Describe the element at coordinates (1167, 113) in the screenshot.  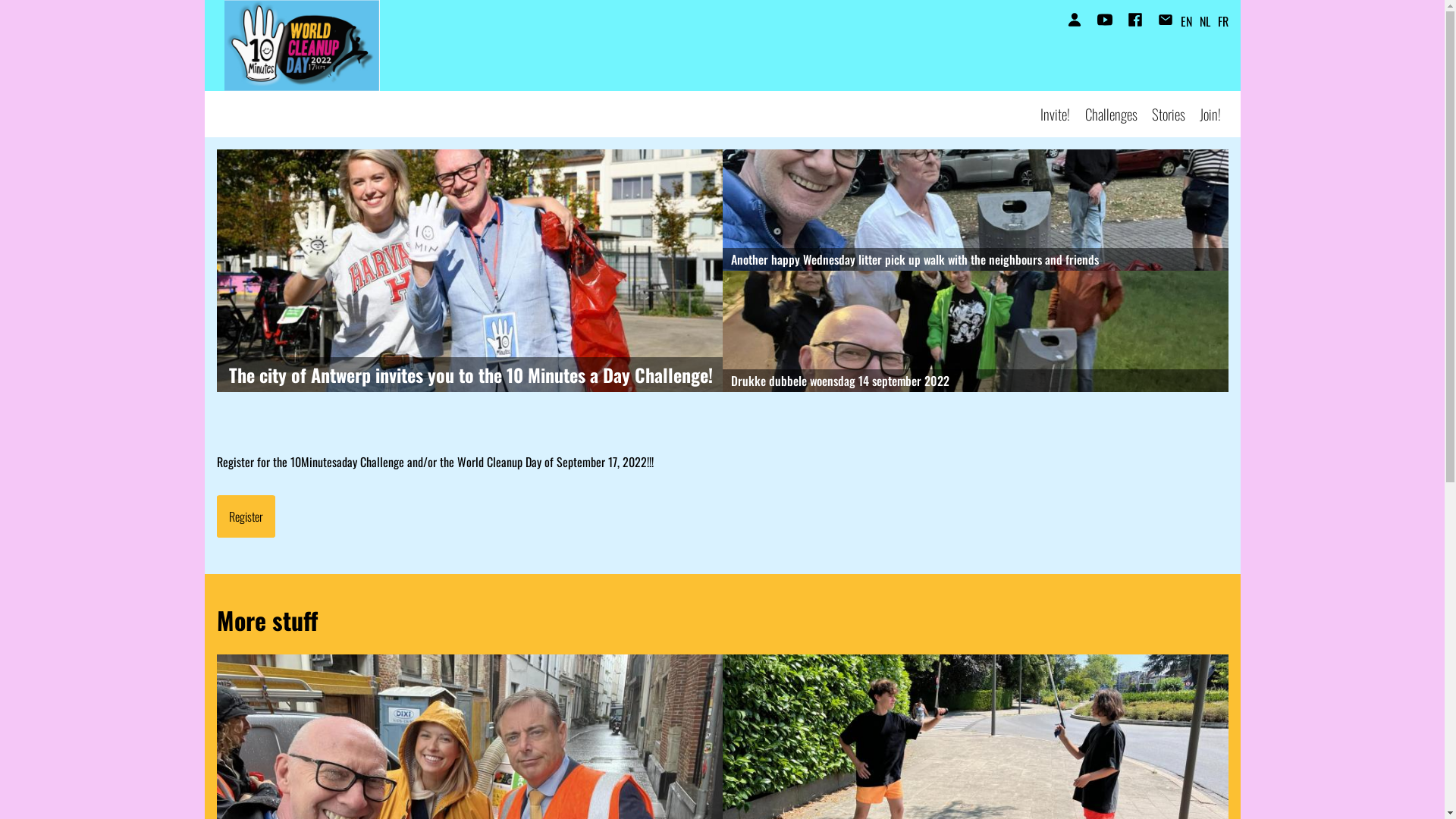
I see `'Stories'` at that location.